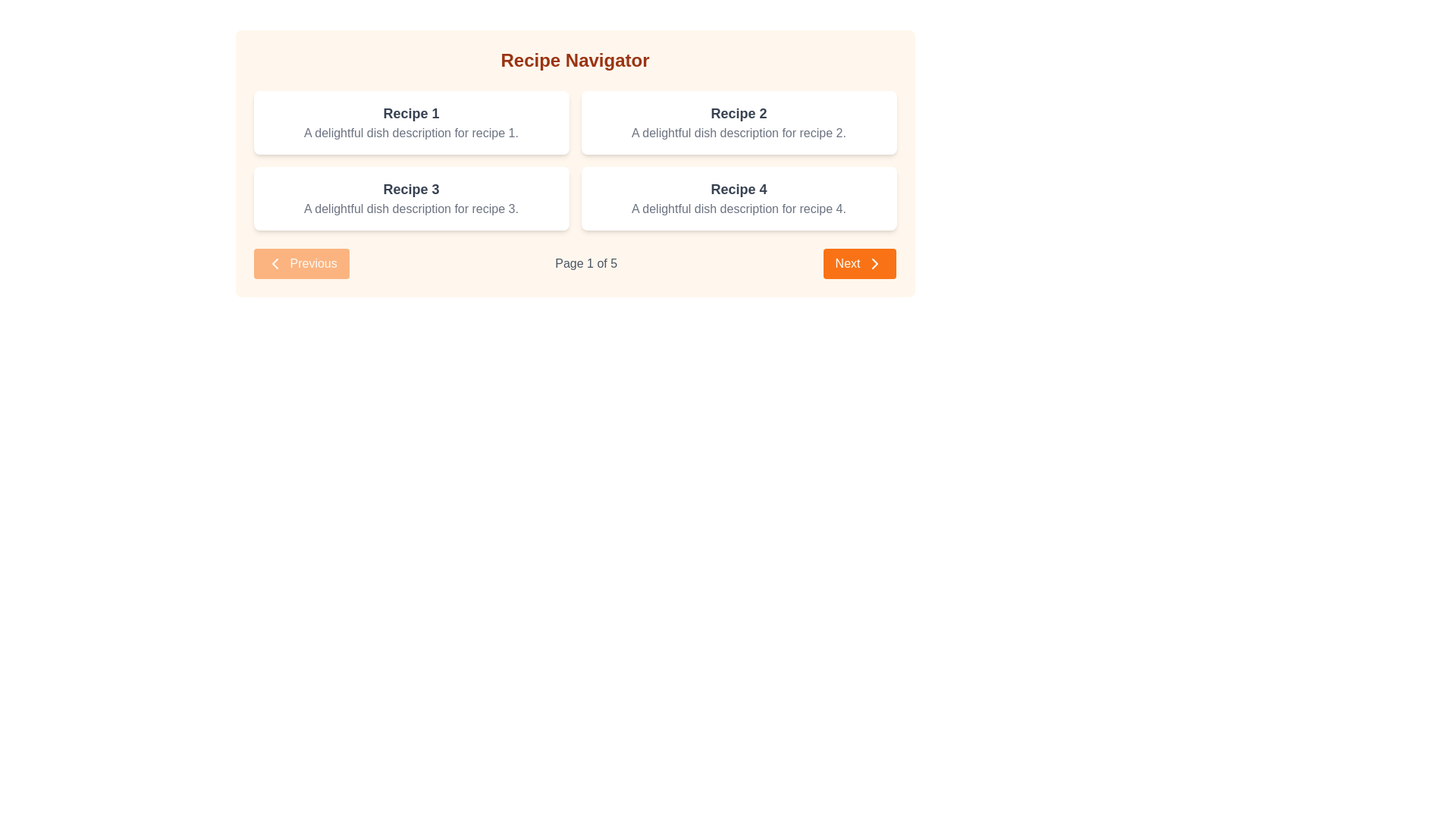 The image size is (1456, 819). Describe the element at coordinates (739, 189) in the screenshot. I see `the title text label for the recipe card located in the fourth and bottom-right white rectangular card in the grid layout` at that location.